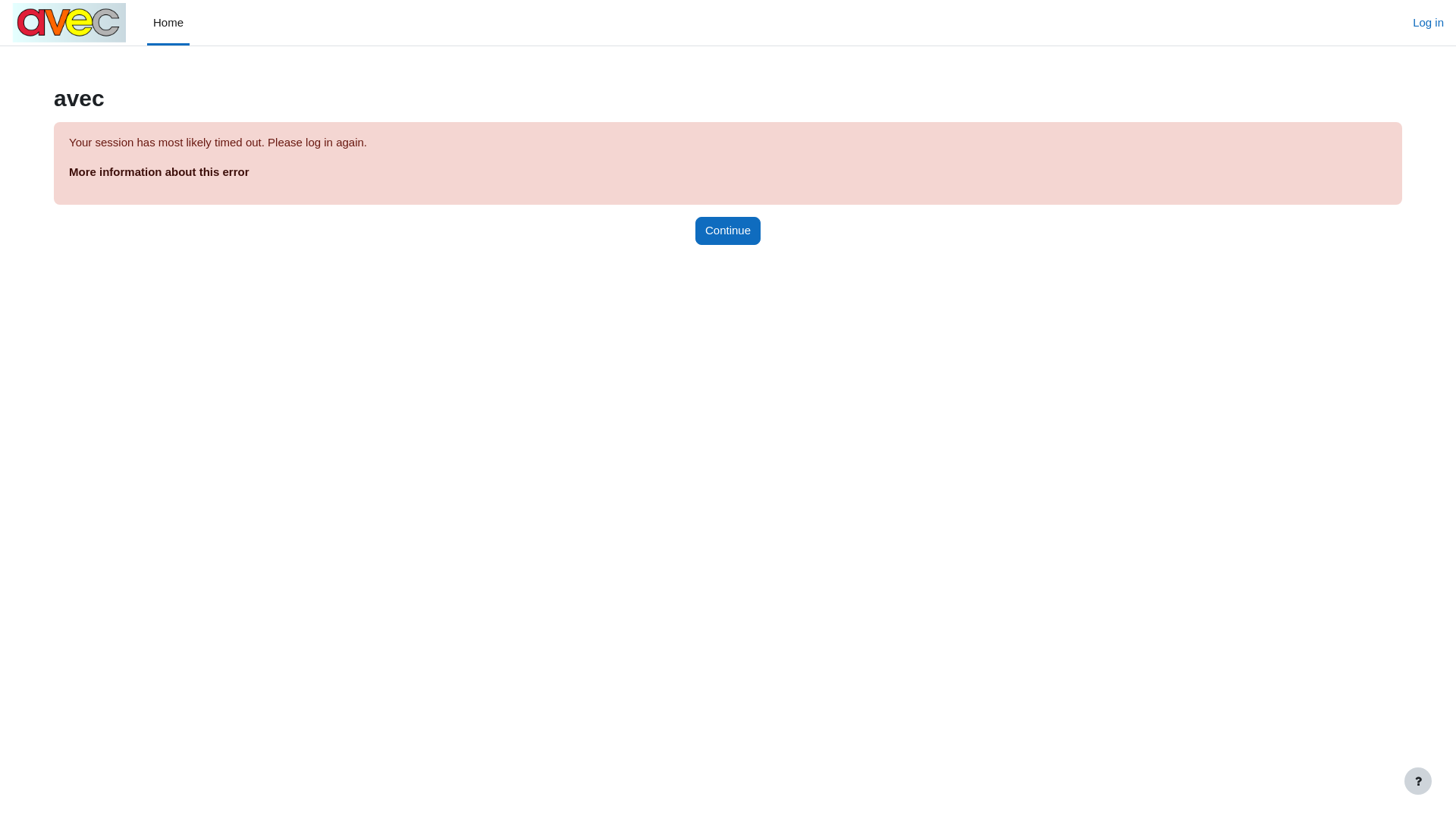 The image size is (1456, 819). Describe the element at coordinates (159, 171) in the screenshot. I see `'More information about this error'` at that location.